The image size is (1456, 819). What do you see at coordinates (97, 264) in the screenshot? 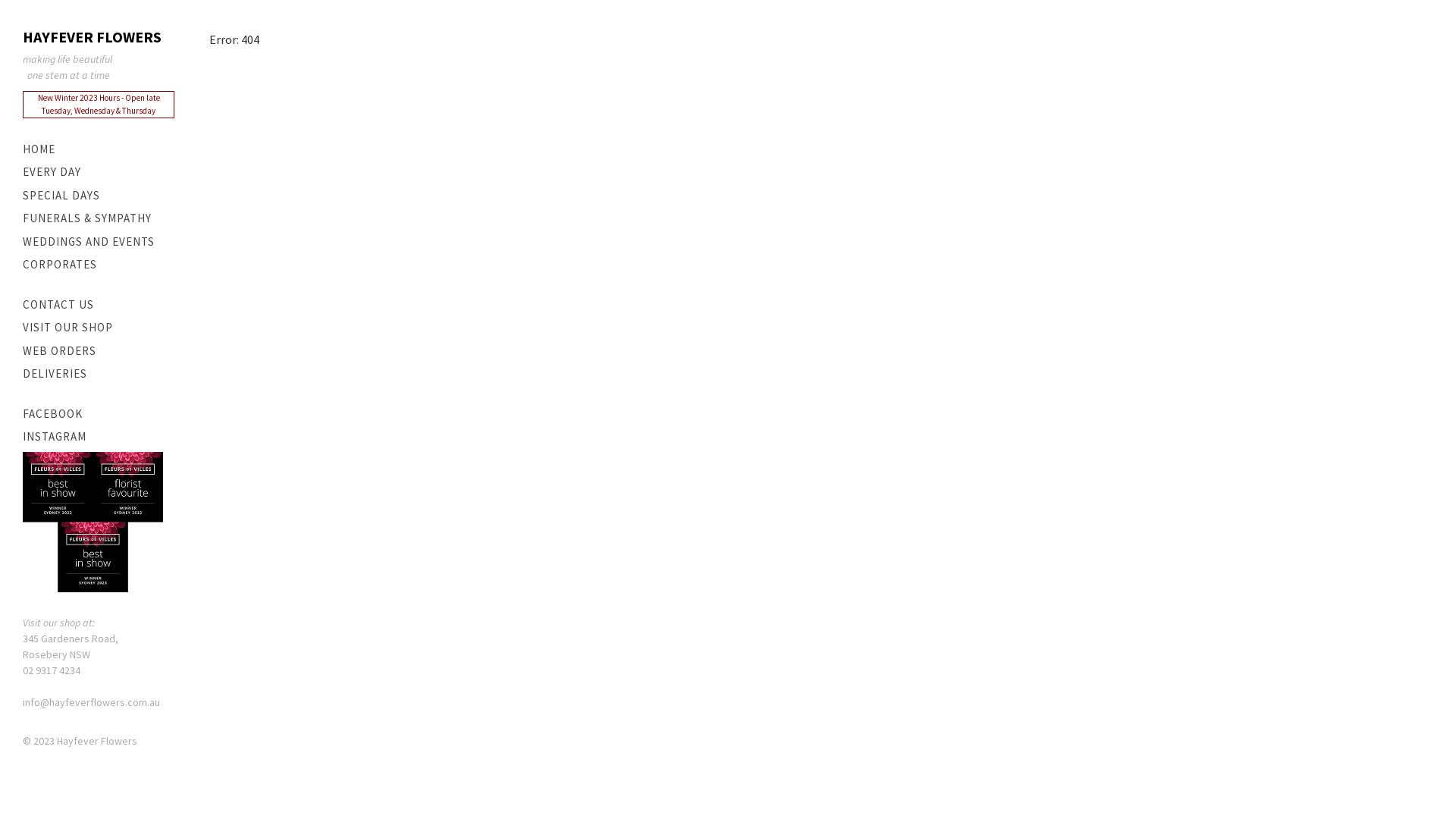
I see `'CORPORATES'` at bounding box center [97, 264].